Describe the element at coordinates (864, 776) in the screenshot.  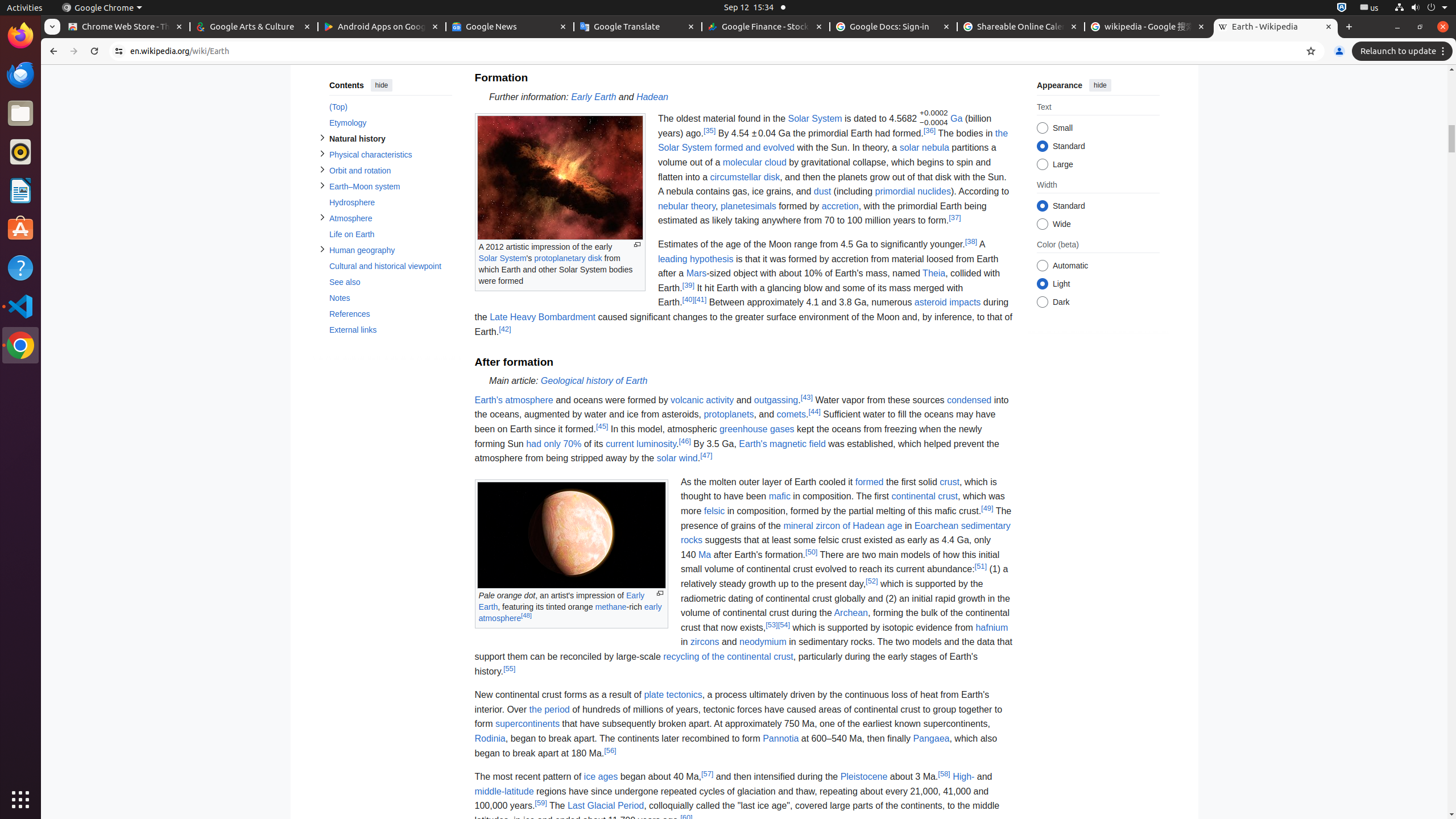
I see `'Pleistocene'` at that location.